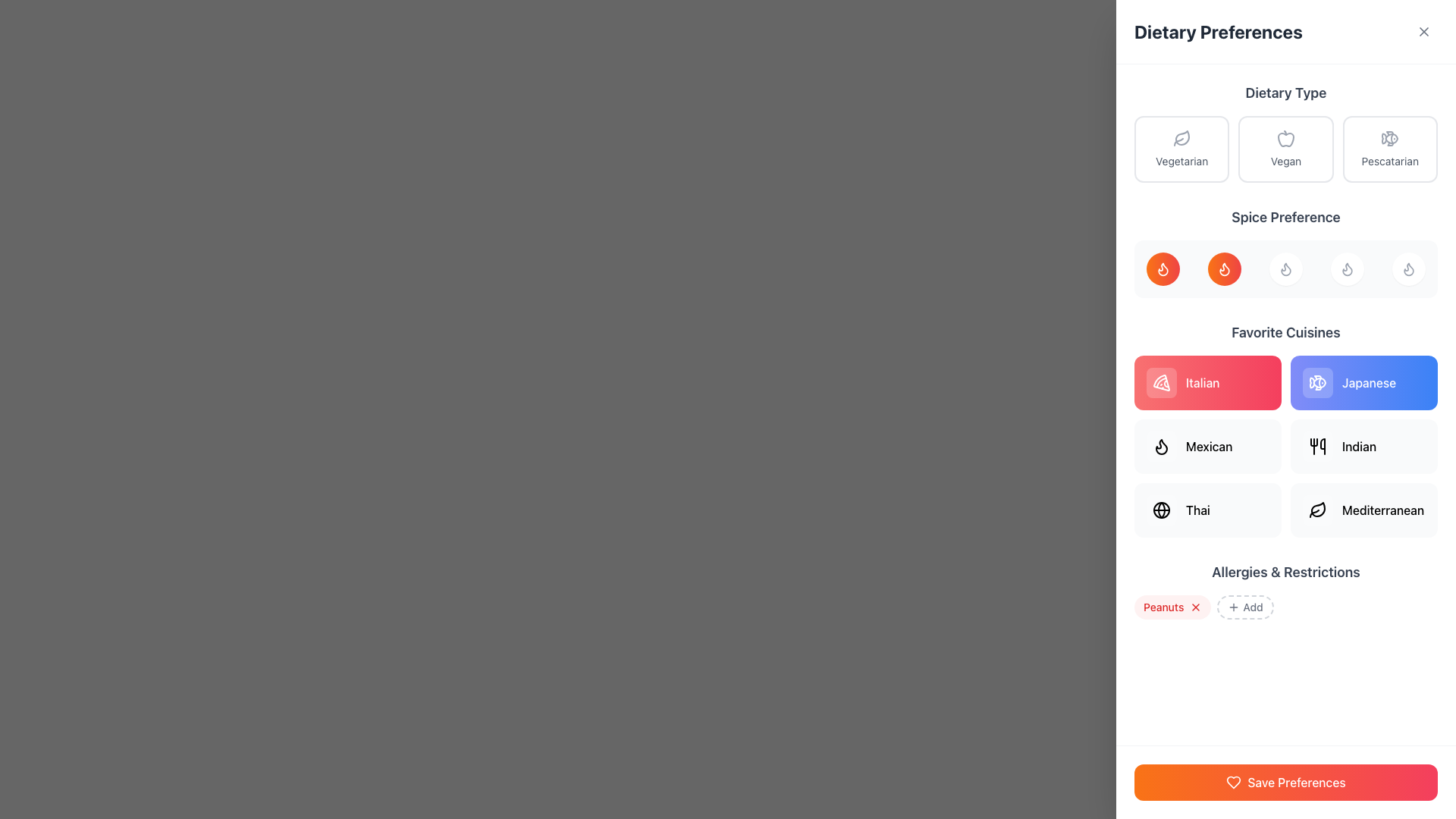  I want to click on the 'Vegetarian' dietary preference option selector, which features a gray leaf icon above the text 'Vegetarian' in a small gray font, so click(1181, 149).